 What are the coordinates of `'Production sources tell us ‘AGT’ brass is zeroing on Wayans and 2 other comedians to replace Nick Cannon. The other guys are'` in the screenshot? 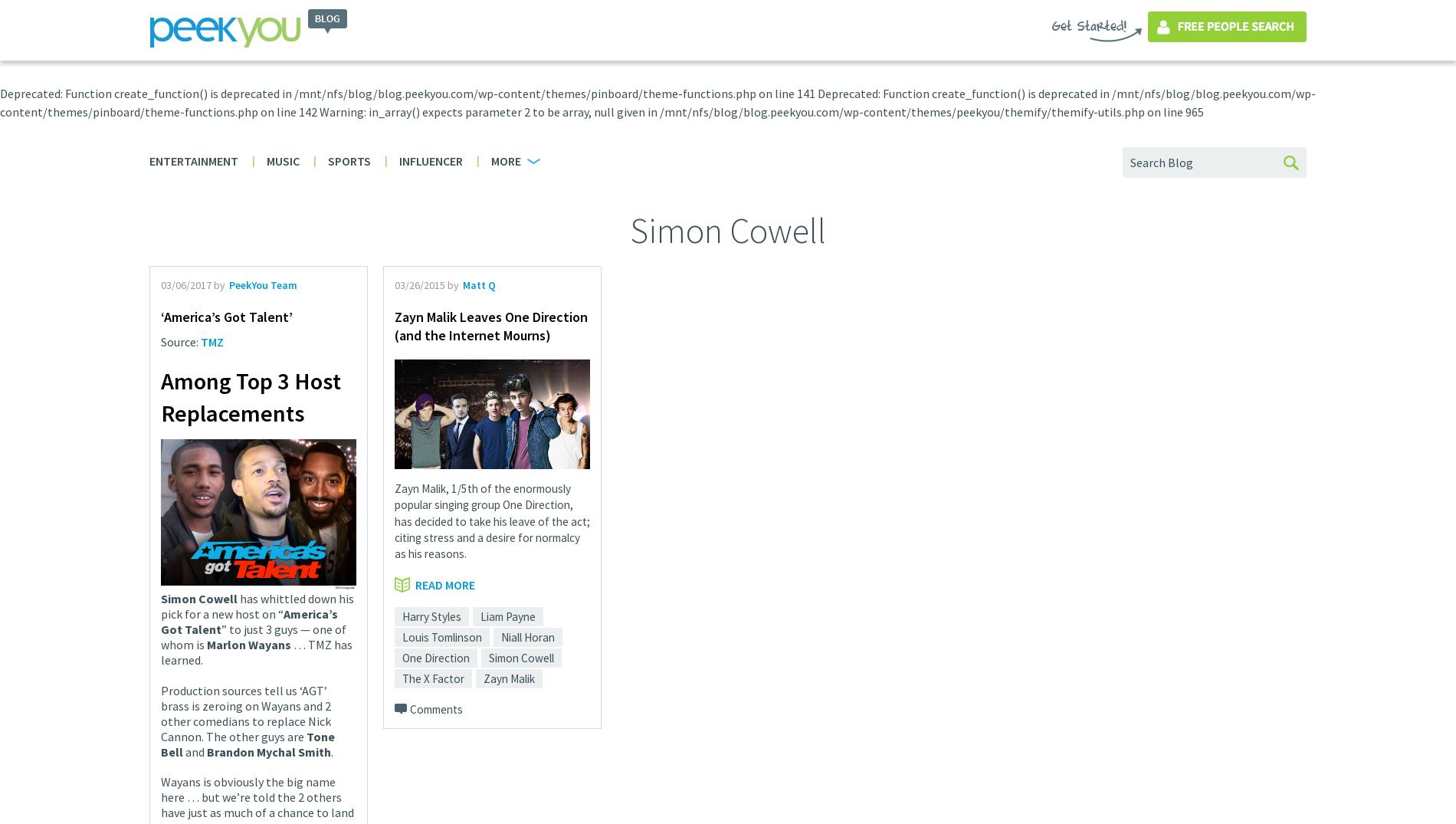 It's located at (244, 712).